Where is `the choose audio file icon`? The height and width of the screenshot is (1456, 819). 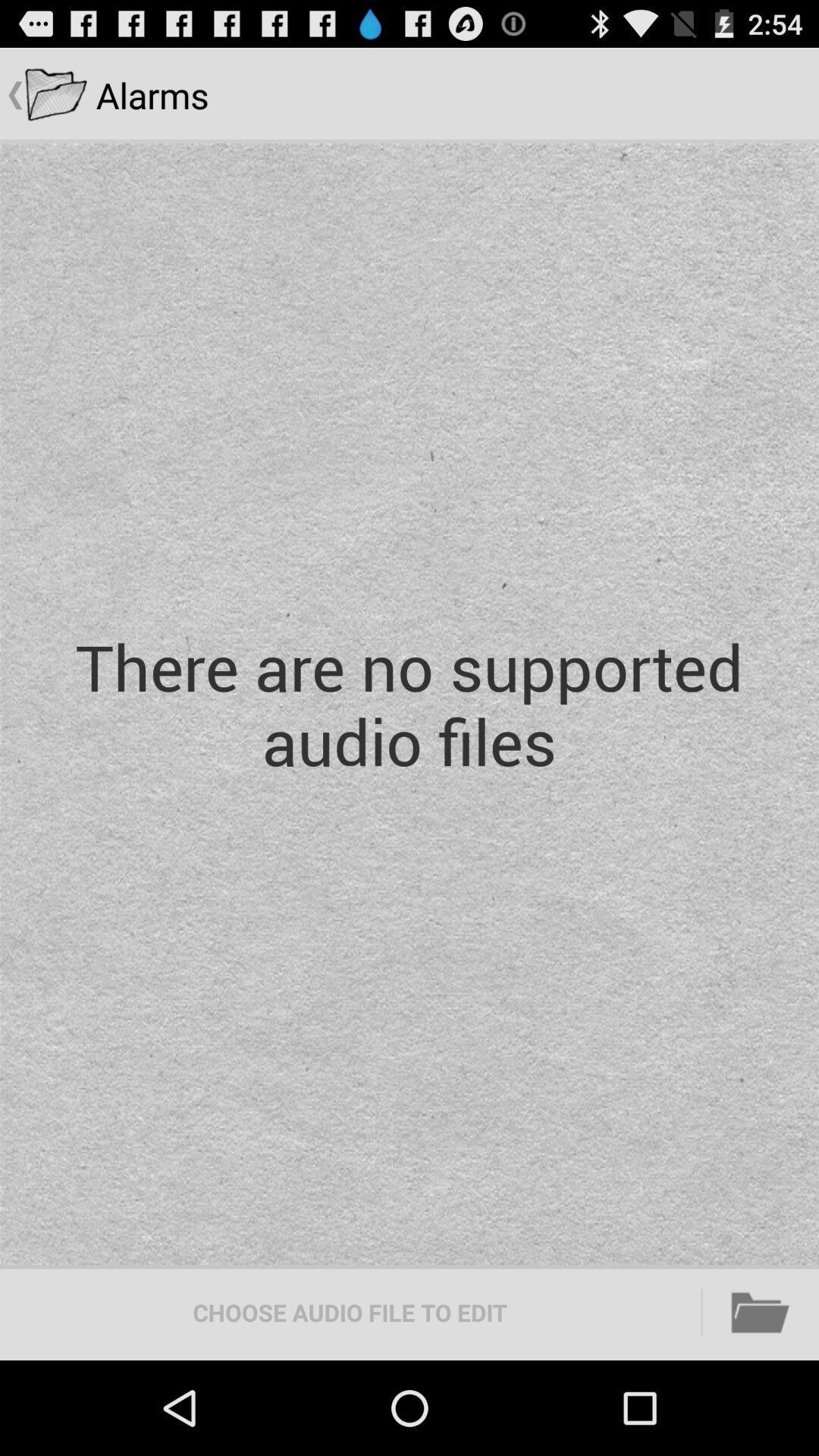 the choose audio file icon is located at coordinates (350, 1312).